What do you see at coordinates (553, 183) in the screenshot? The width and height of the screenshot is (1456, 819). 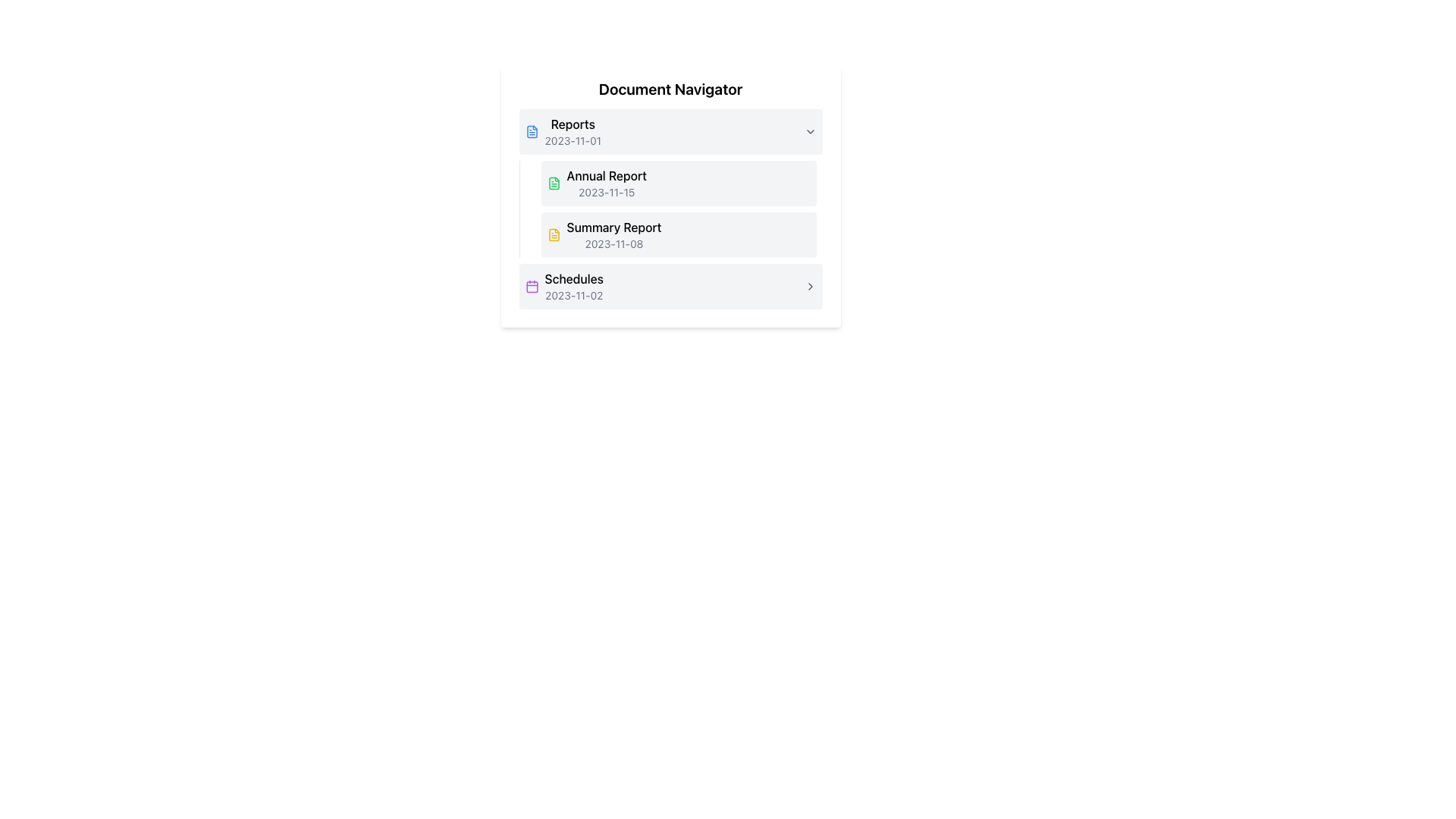 I see `the icon representing the 'Annual Report' document, located to the immediate left of the text 'Annual Report'` at bounding box center [553, 183].